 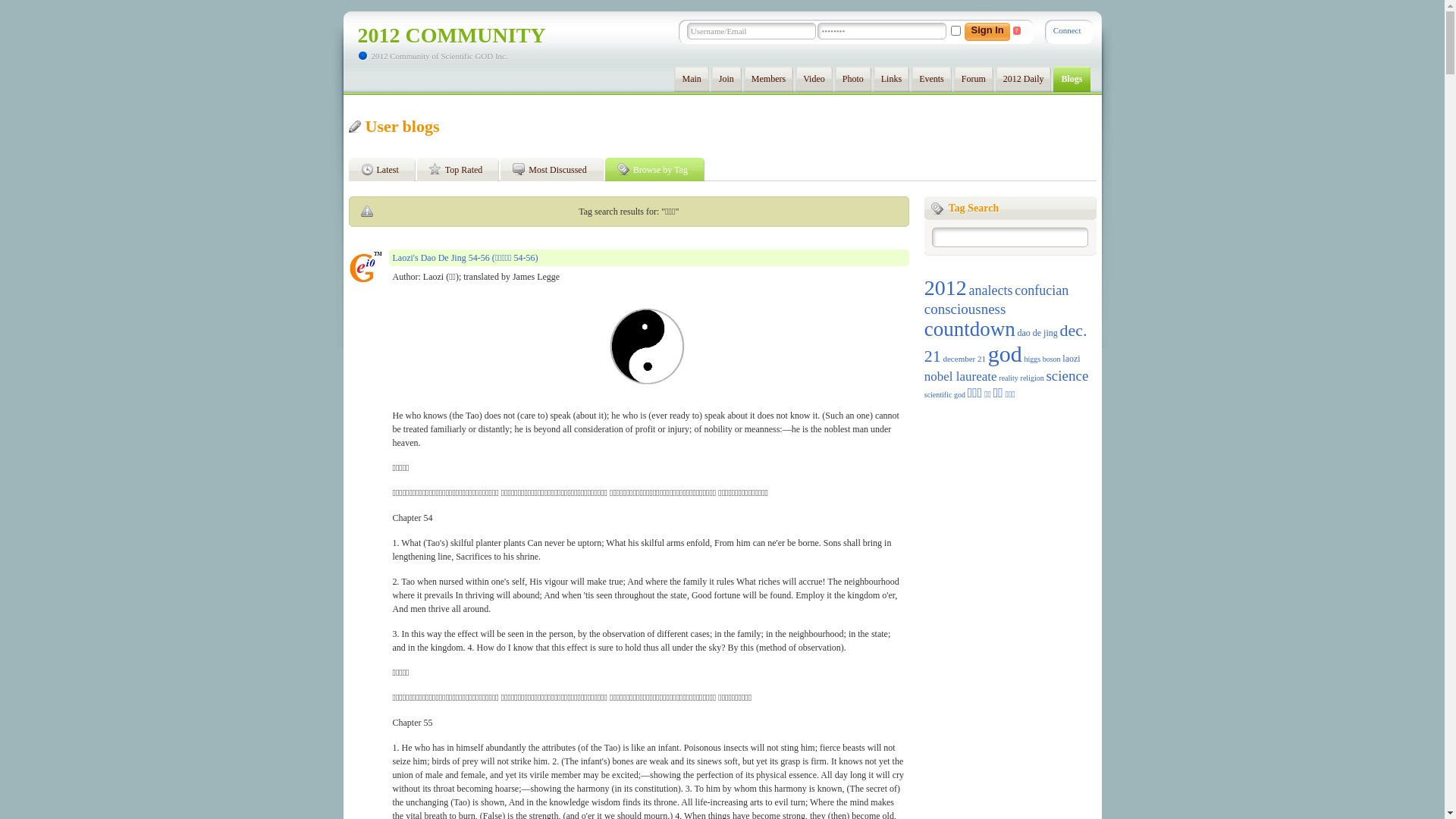 What do you see at coordinates (1005, 353) in the screenshot?
I see `'god'` at bounding box center [1005, 353].